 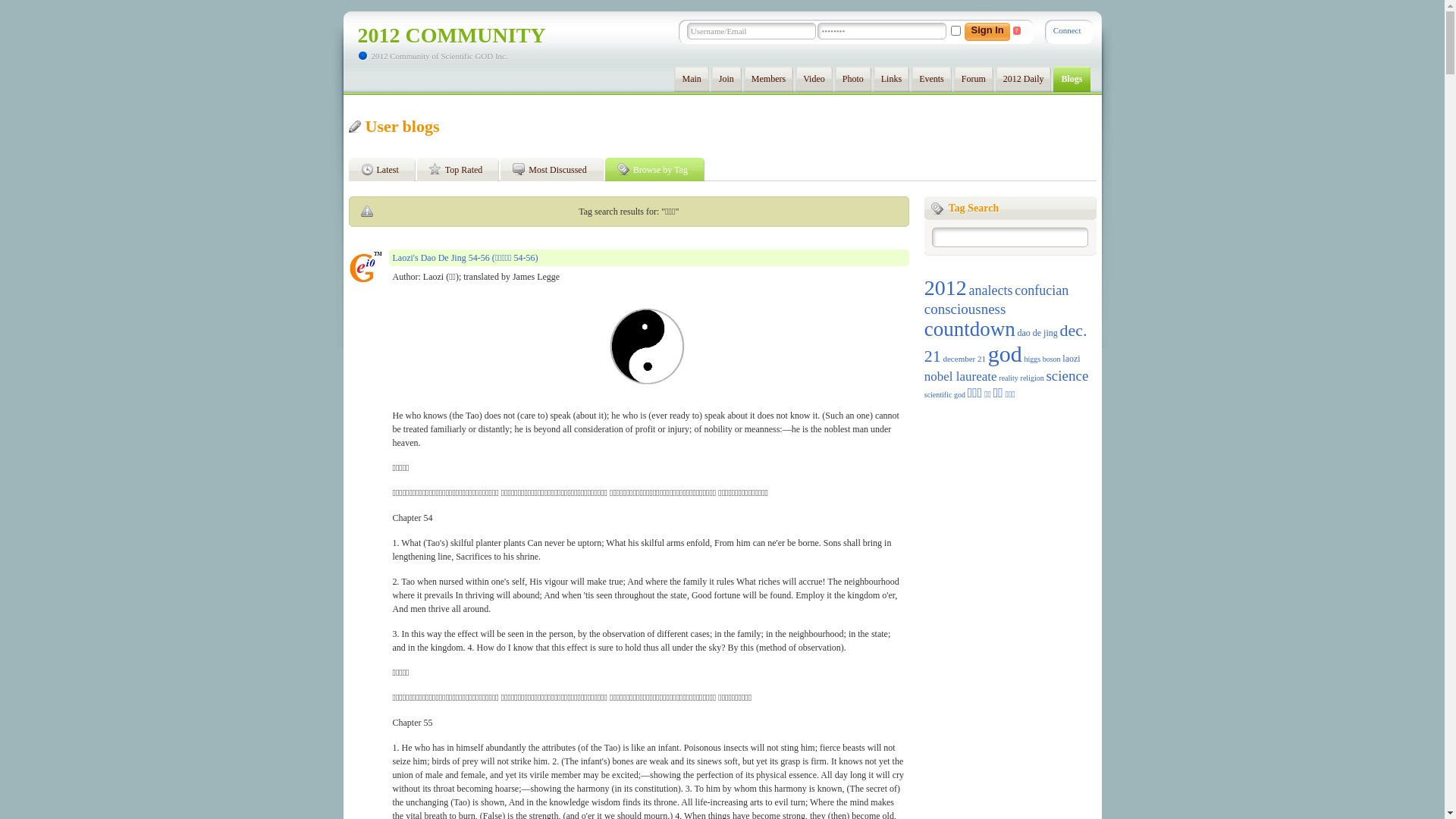 What do you see at coordinates (1005, 353) in the screenshot?
I see `'god'` at bounding box center [1005, 353].